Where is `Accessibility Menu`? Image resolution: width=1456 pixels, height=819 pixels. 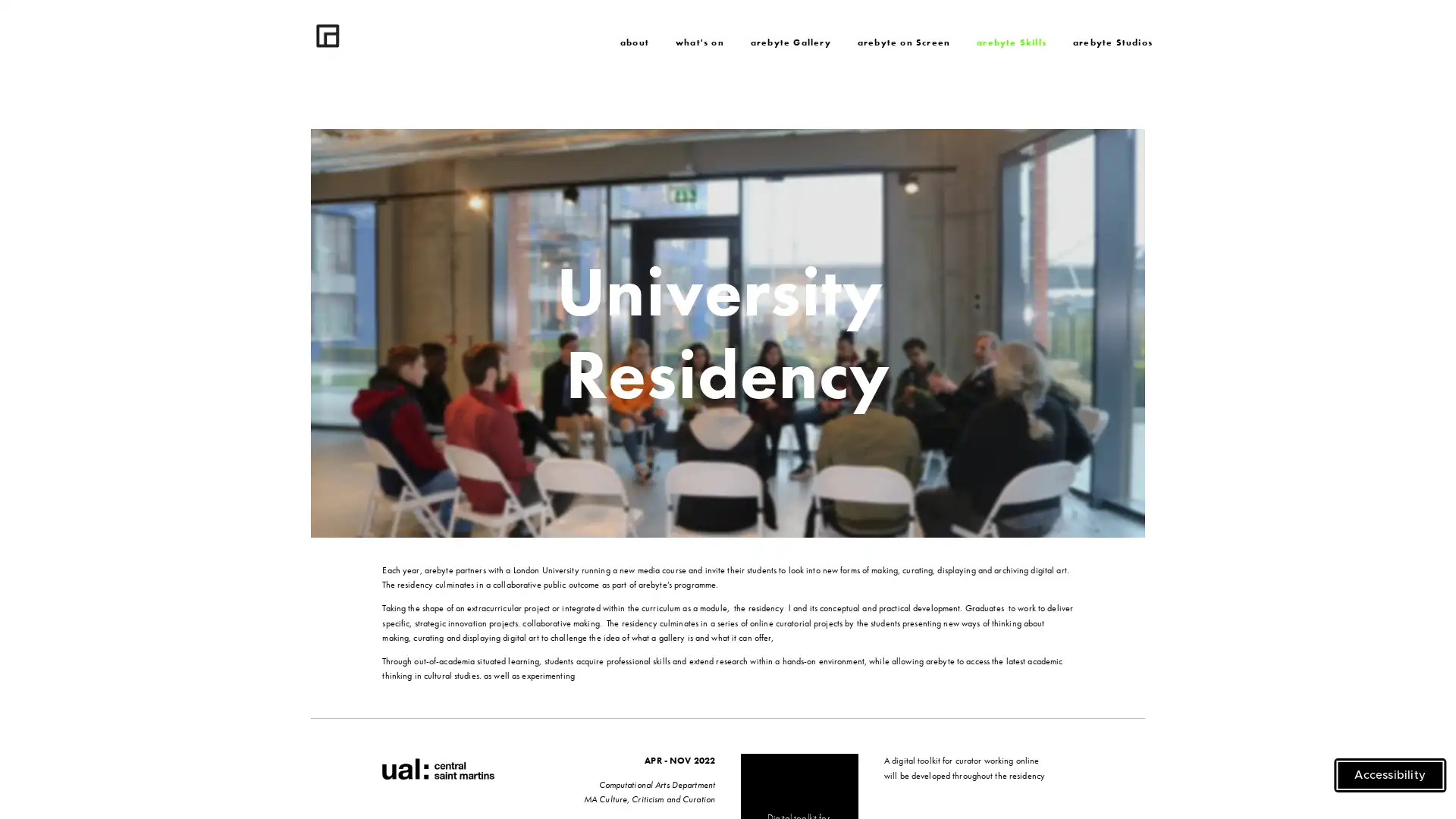 Accessibility Menu is located at coordinates (1390, 775).